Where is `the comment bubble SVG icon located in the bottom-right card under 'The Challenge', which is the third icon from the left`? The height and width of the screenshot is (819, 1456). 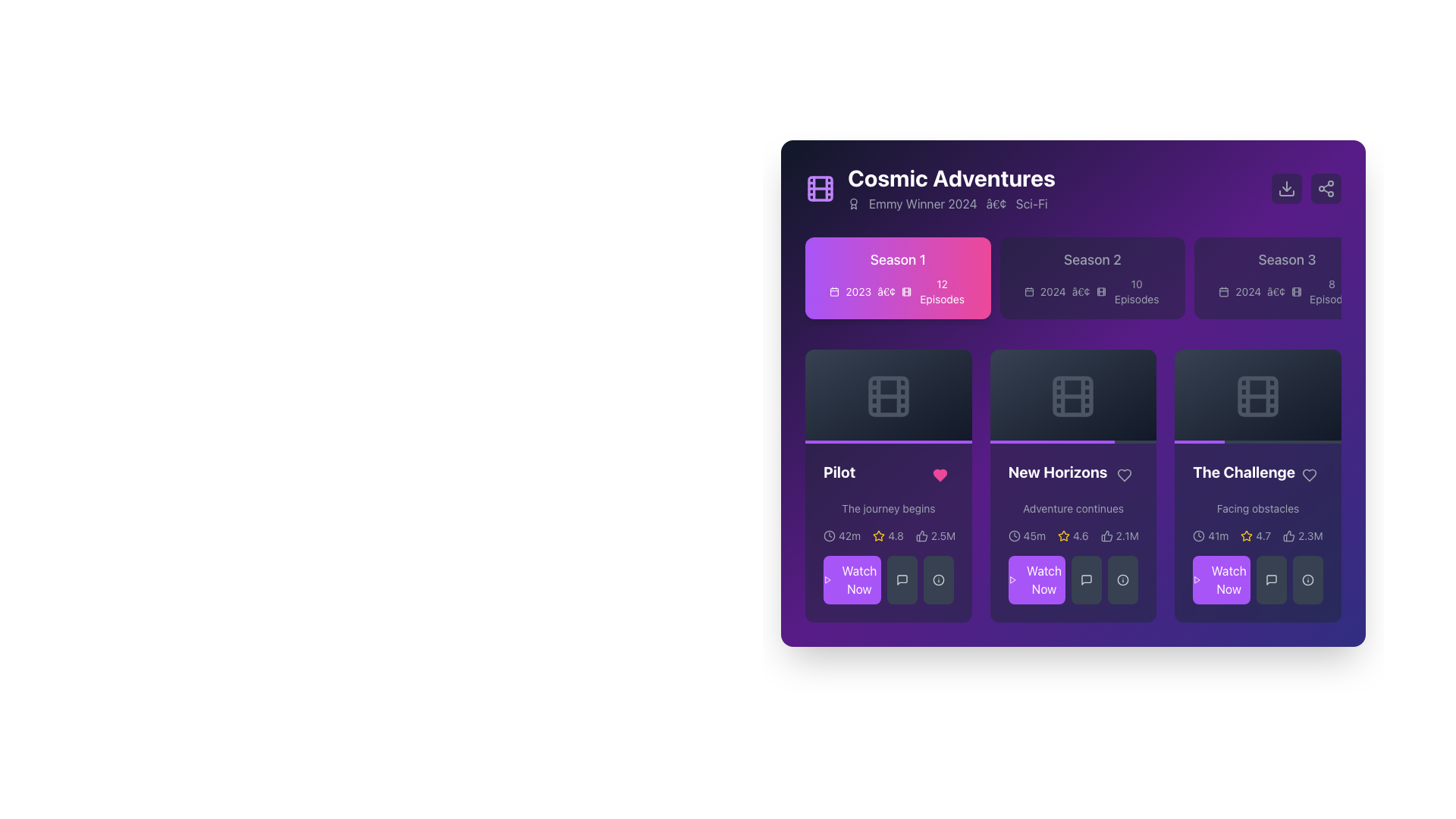
the comment bubble SVG icon located in the bottom-right card under 'The Challenge', which is the third icon from the left is located at coordinates (1271, 579).